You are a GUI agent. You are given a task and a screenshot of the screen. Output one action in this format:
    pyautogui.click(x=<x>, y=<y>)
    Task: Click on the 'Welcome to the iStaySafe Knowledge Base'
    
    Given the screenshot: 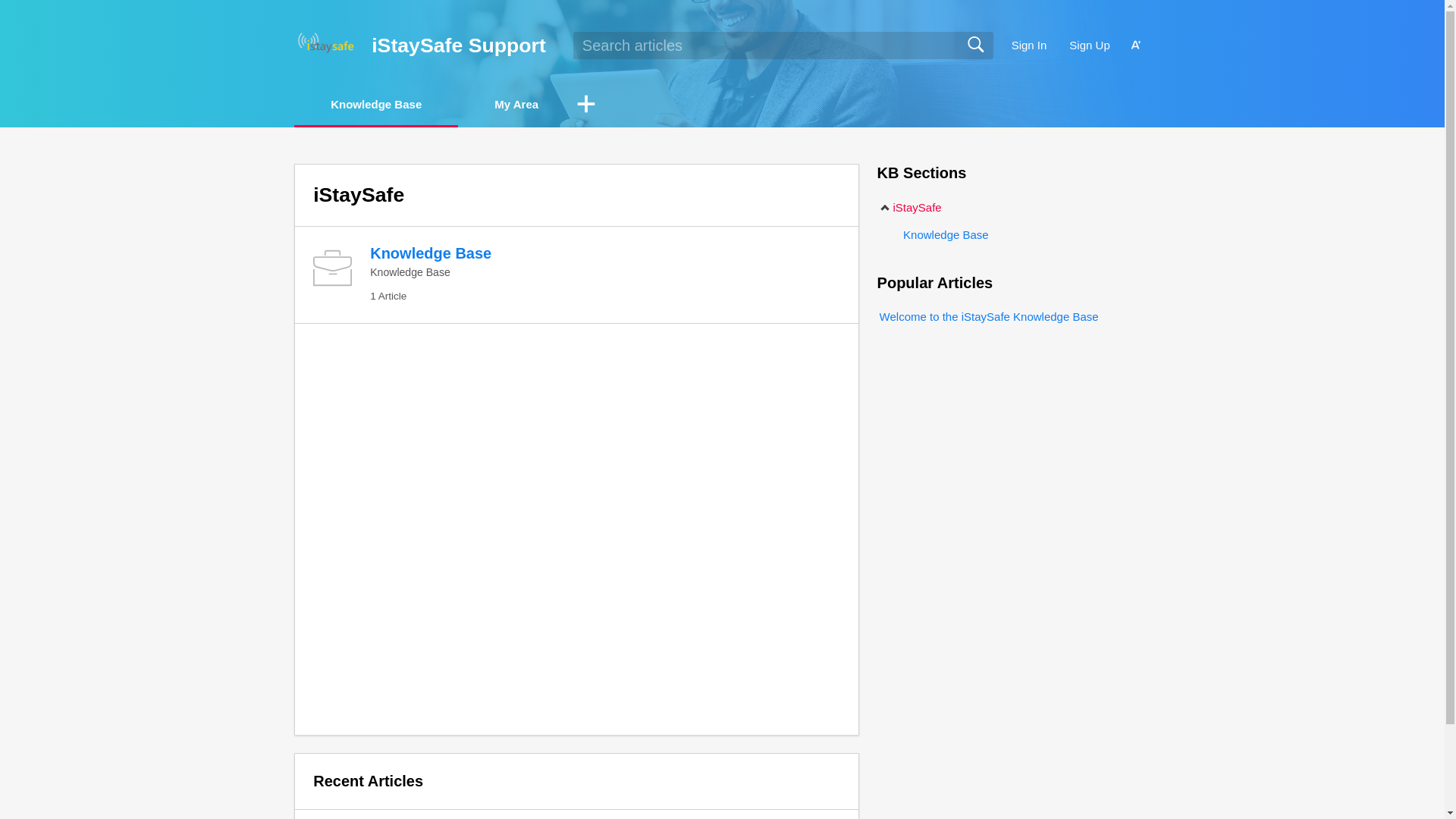 What is the action you would take?
    pyautogui.click(x=987, y=315)
    